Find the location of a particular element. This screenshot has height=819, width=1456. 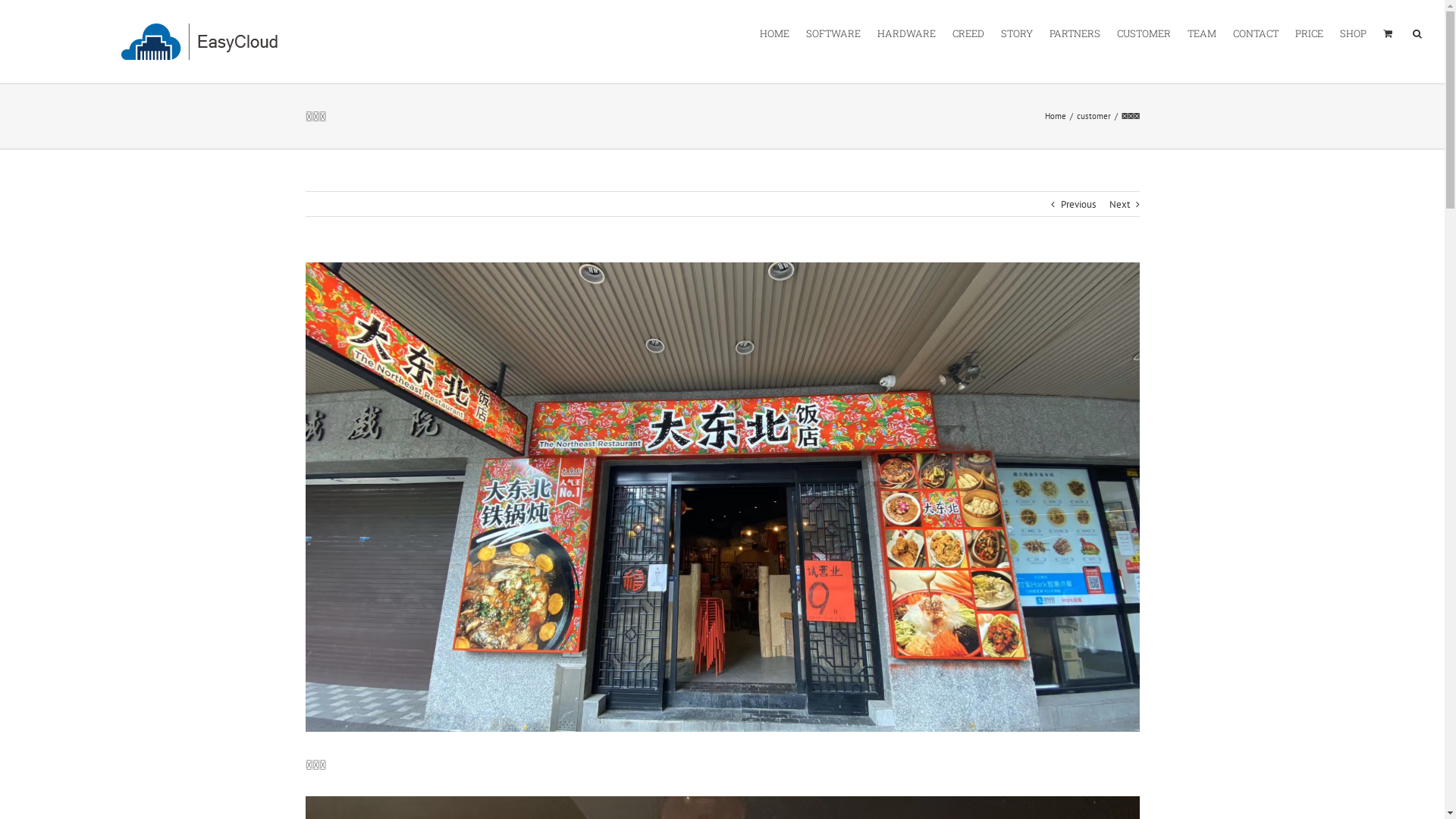

'customer' is located at coordinates (1094, 115).